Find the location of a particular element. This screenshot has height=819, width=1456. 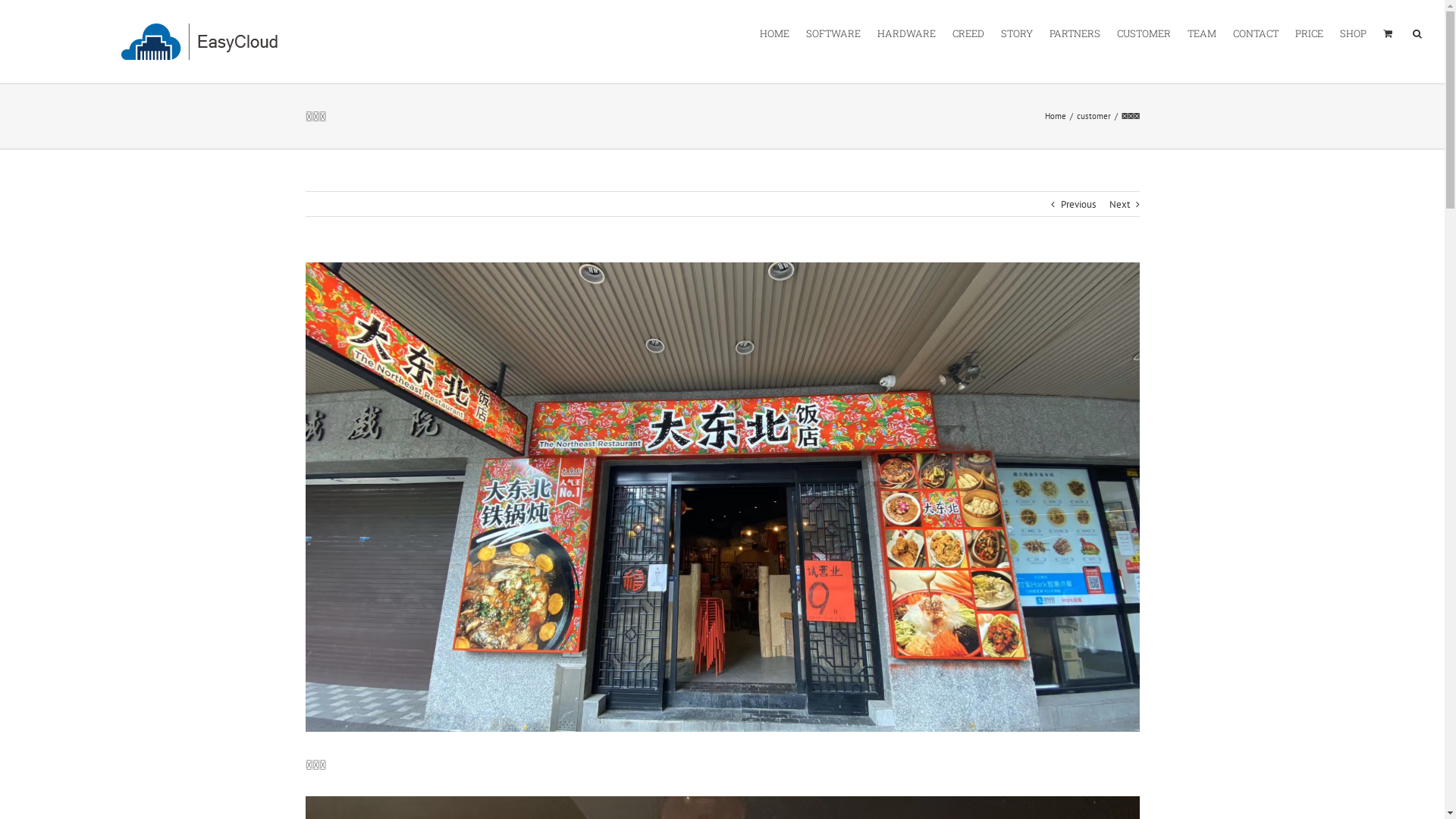

'customer' is located at coordinates (1094, 115).